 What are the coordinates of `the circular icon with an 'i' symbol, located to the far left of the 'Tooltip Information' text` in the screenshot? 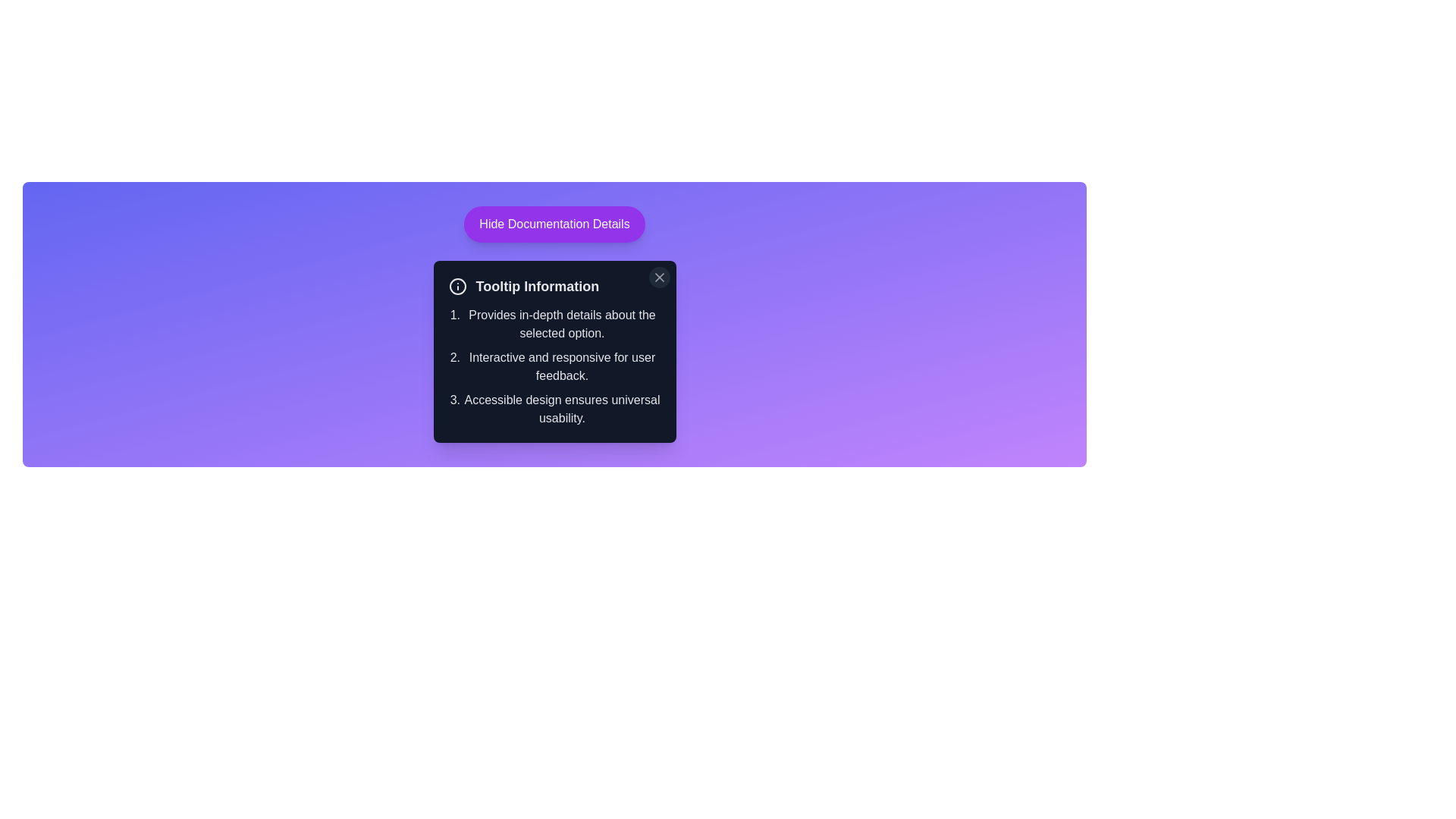 It's located at (457, 287).